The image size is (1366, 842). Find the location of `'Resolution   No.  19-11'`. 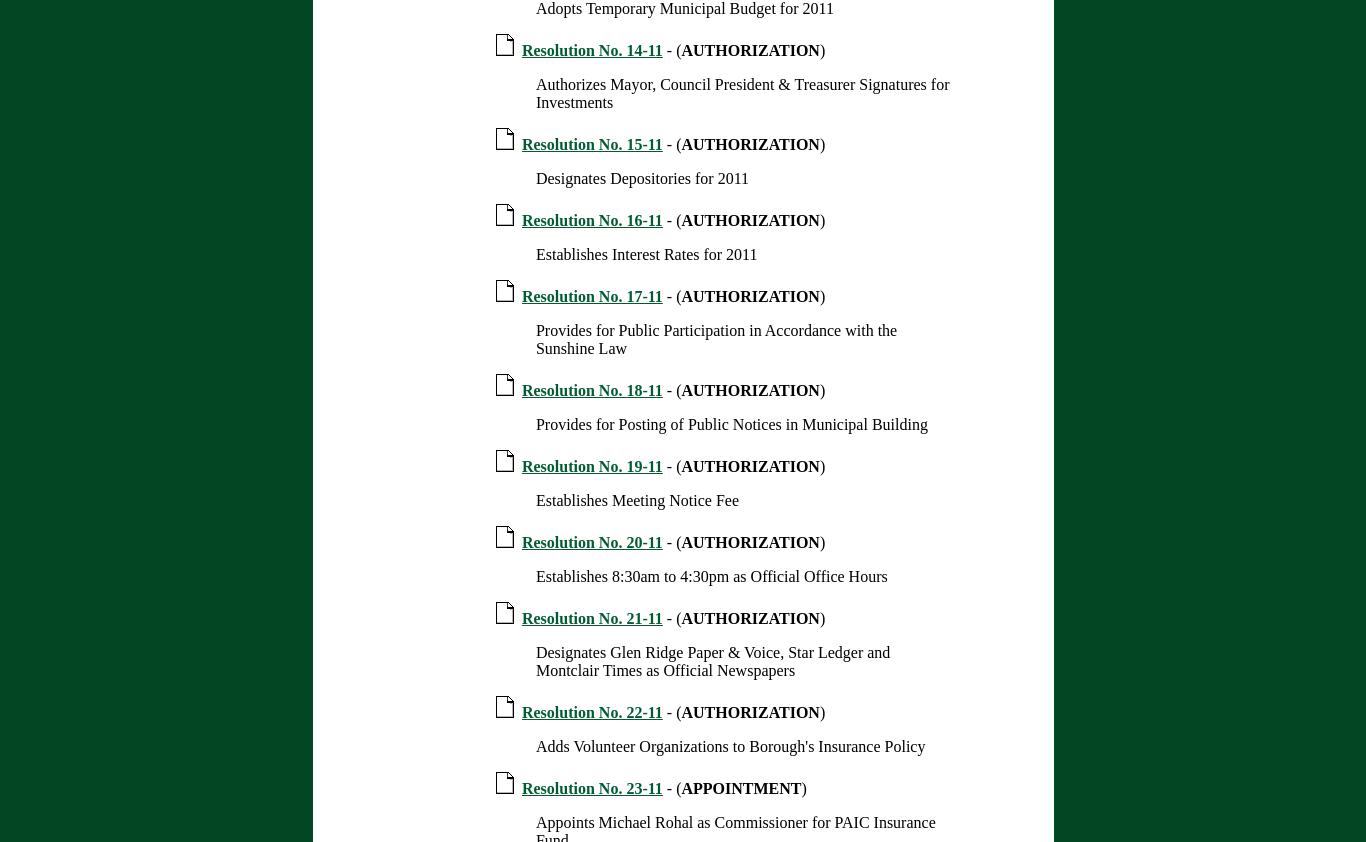

'Resolution   No.  19-11' is located at coordinates (590, 465).